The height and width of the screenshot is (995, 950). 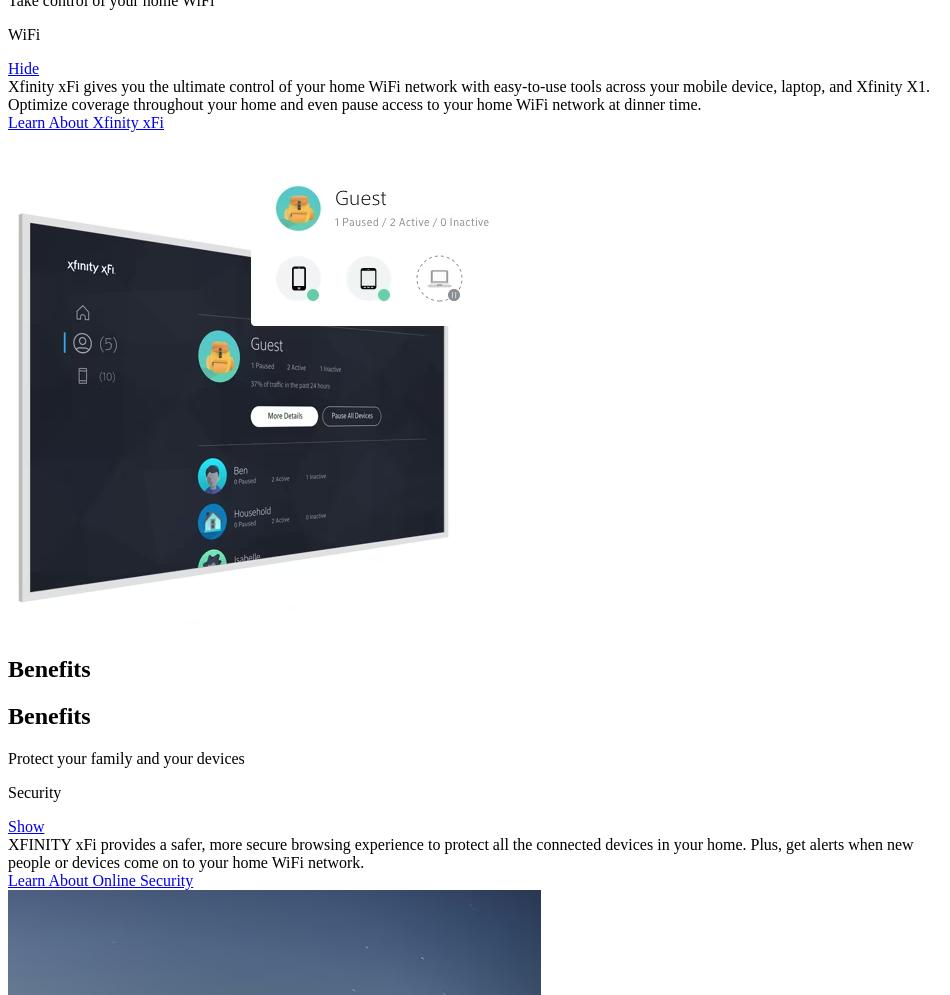 I want to click on 'Protect your family and your devices', so click(x=125, y=756).